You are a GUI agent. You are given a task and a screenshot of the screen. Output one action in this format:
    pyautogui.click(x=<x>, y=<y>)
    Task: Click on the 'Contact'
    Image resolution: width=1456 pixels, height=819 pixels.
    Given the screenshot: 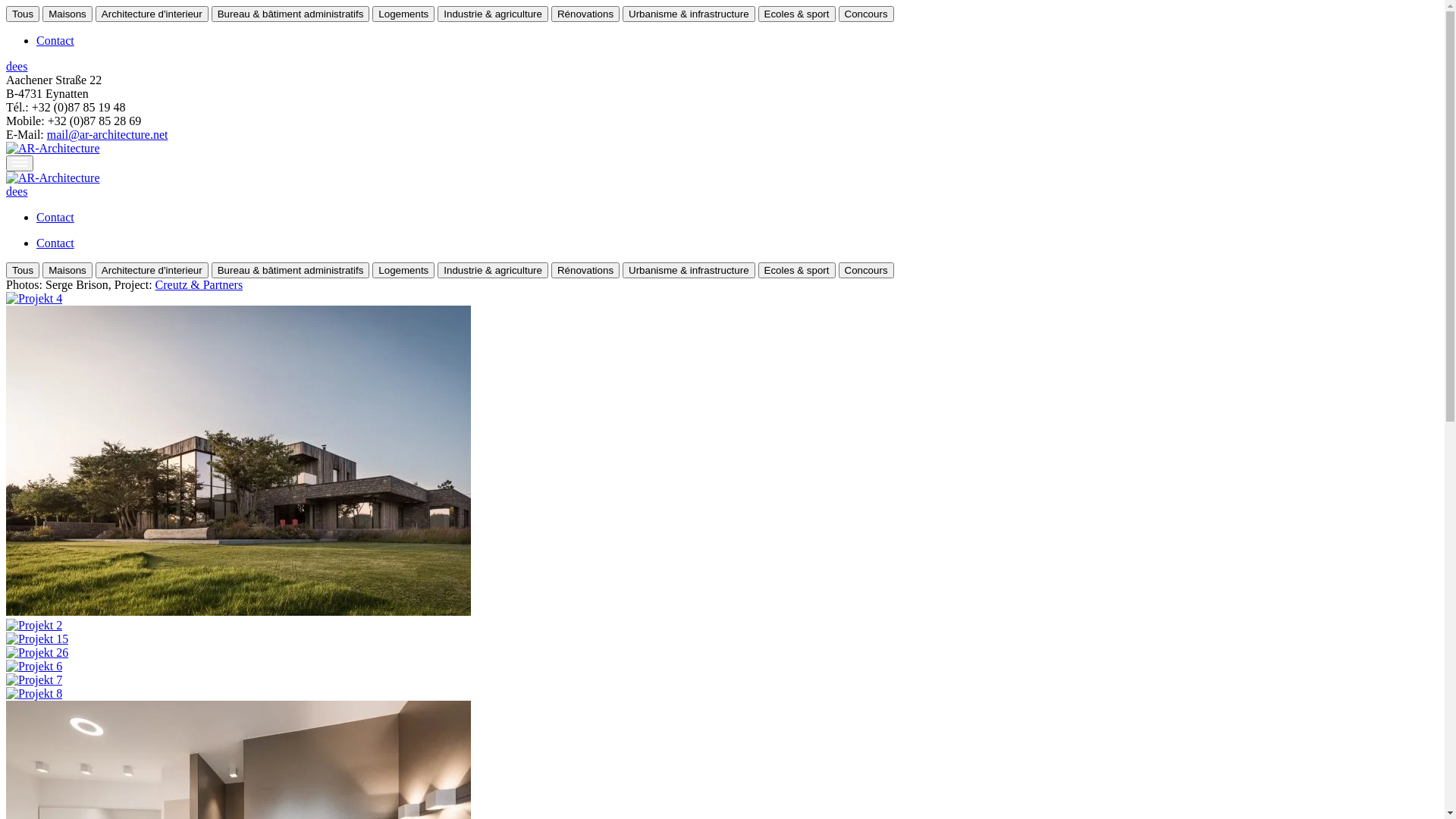 What is the action you would take?
    pyautogui.click(x=36, y=242)
    